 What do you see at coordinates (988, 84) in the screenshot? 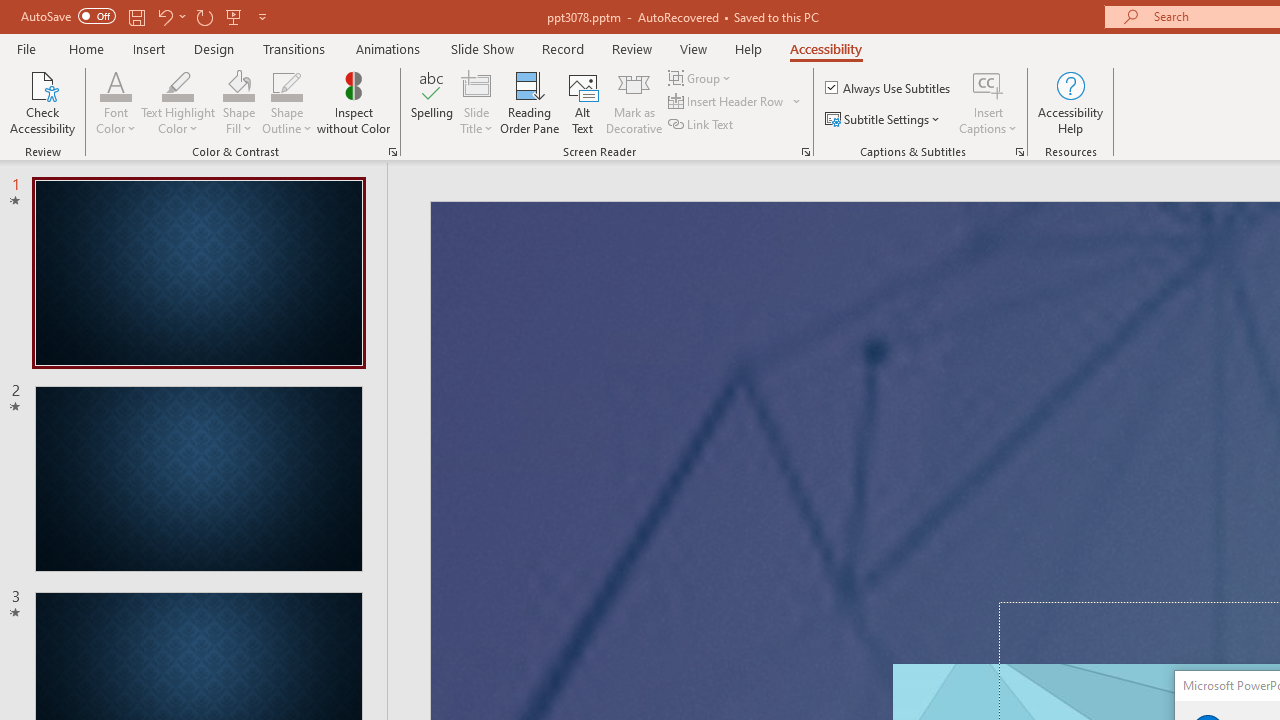
I see `'Insert Captions'` at bounding box center [988, 84].